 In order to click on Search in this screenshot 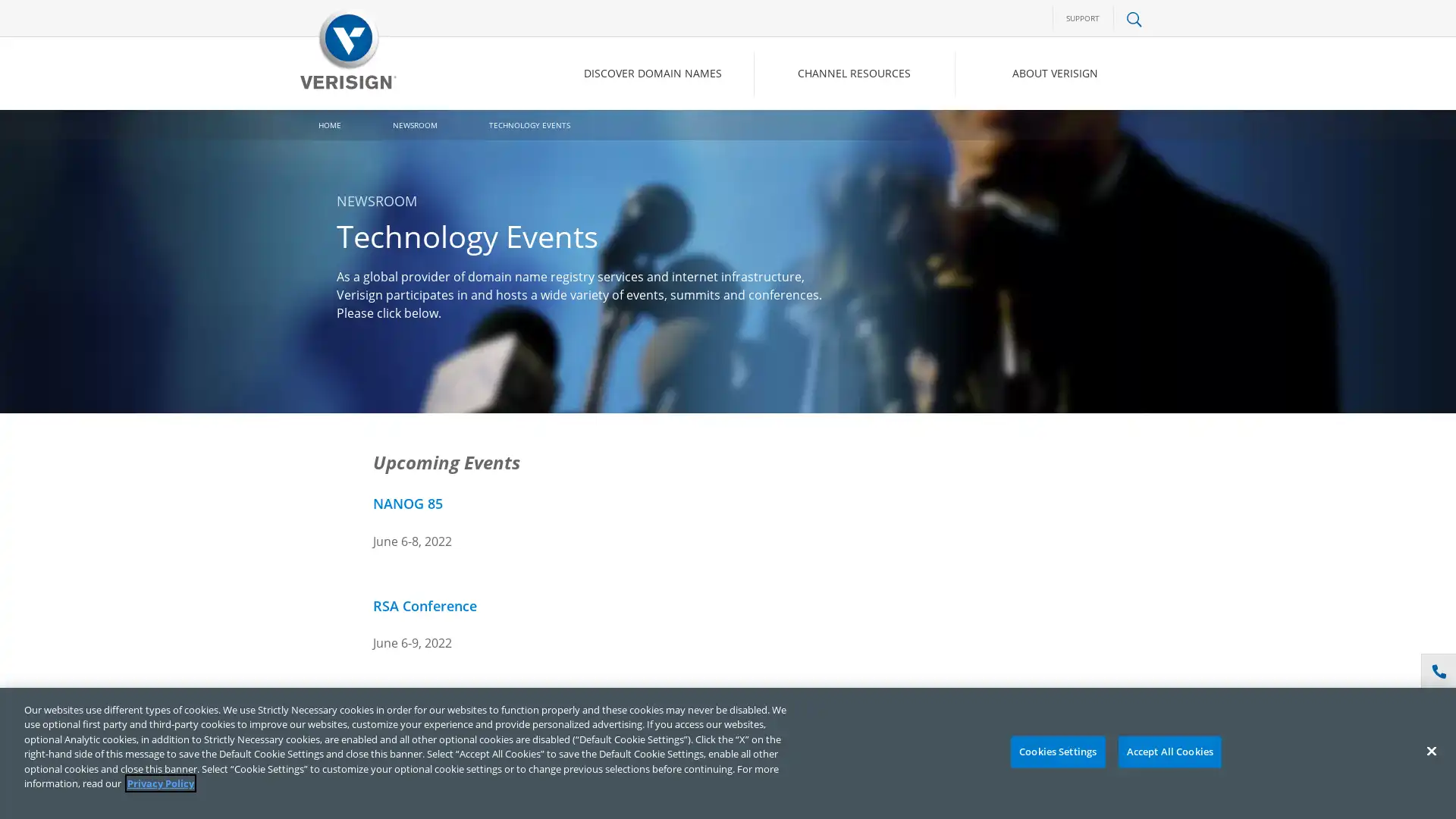, I will do `click(1012, 137)`.